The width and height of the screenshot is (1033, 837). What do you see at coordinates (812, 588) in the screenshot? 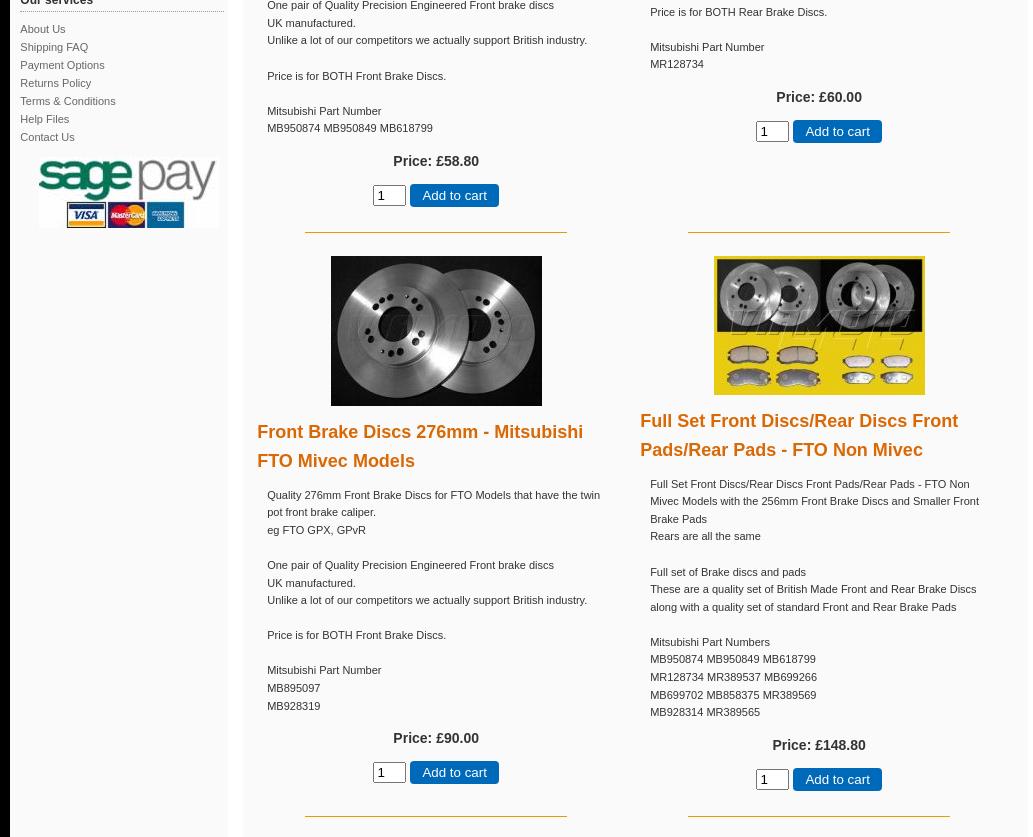
I see `'These are a quality set of British Made Front and Rear Brake Discs'` at bounding box center [812, 588].